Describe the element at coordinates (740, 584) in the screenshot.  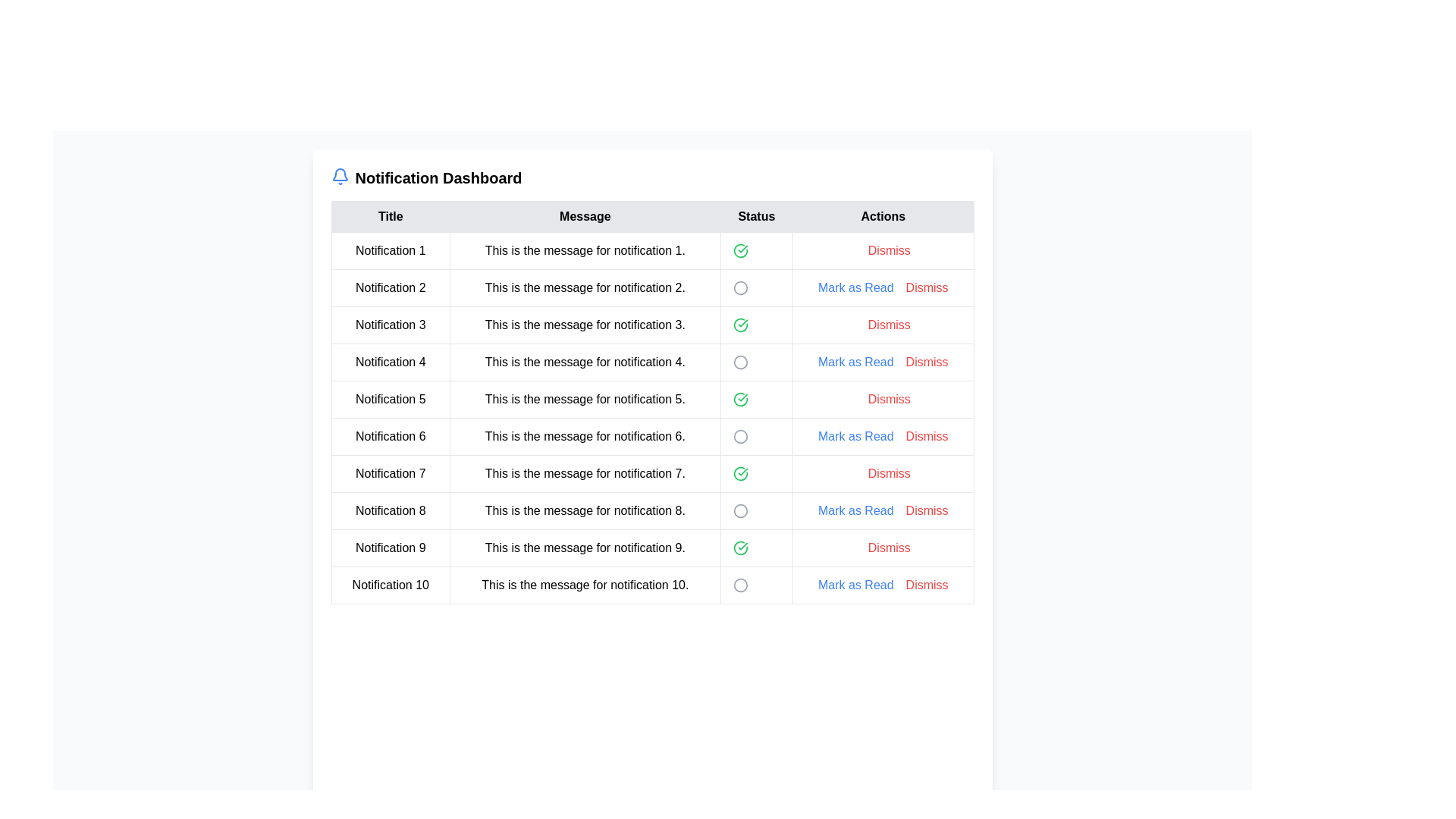
I see `the status icon in the last row of the notifications table, located between the message for notification 10 and the 'Mark as Read' text` at that location.